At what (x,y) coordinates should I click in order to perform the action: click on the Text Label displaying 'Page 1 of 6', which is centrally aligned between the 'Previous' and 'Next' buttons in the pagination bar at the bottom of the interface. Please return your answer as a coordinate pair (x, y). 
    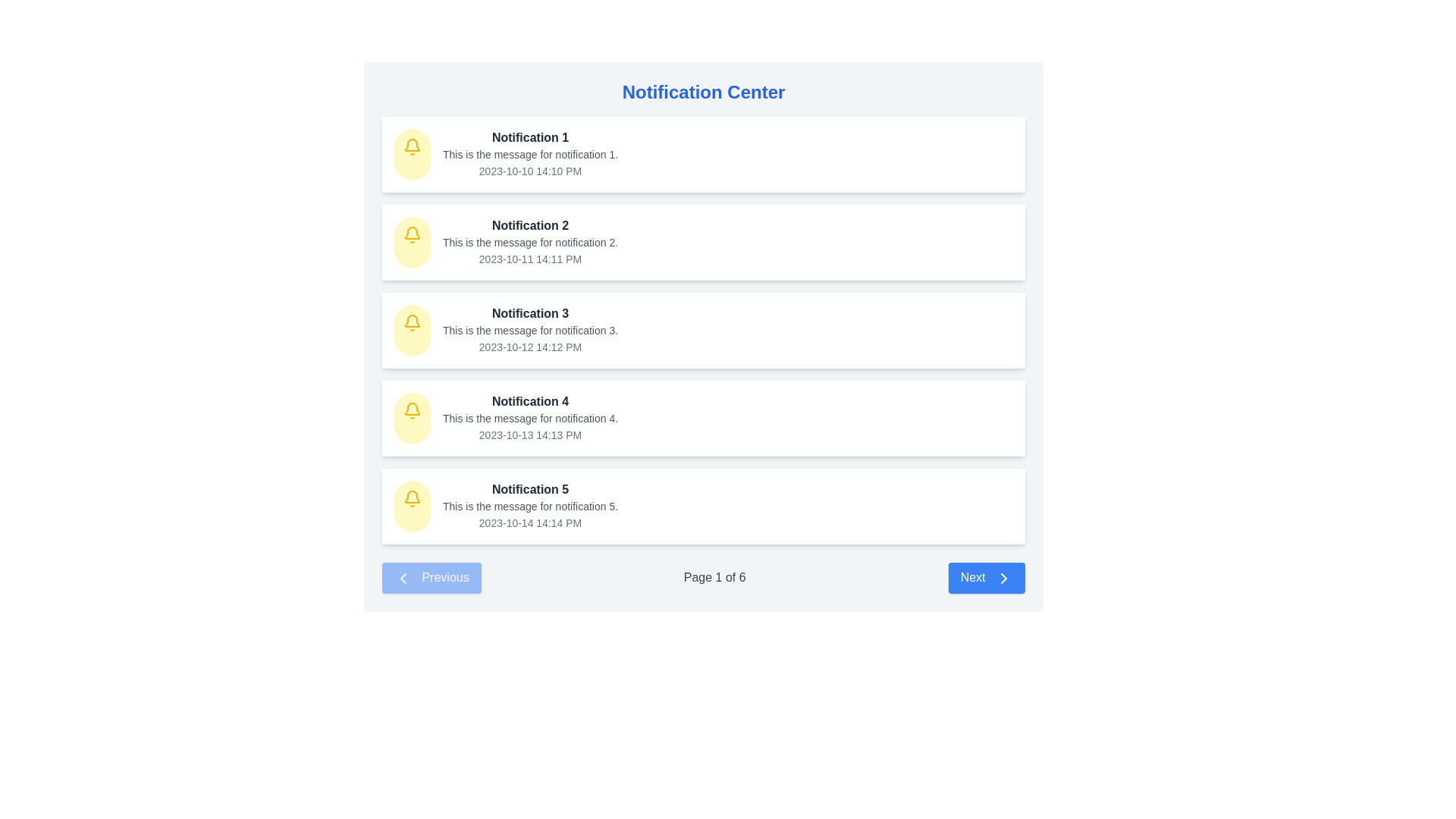
    Looking at the image, I should click on (714, 578).